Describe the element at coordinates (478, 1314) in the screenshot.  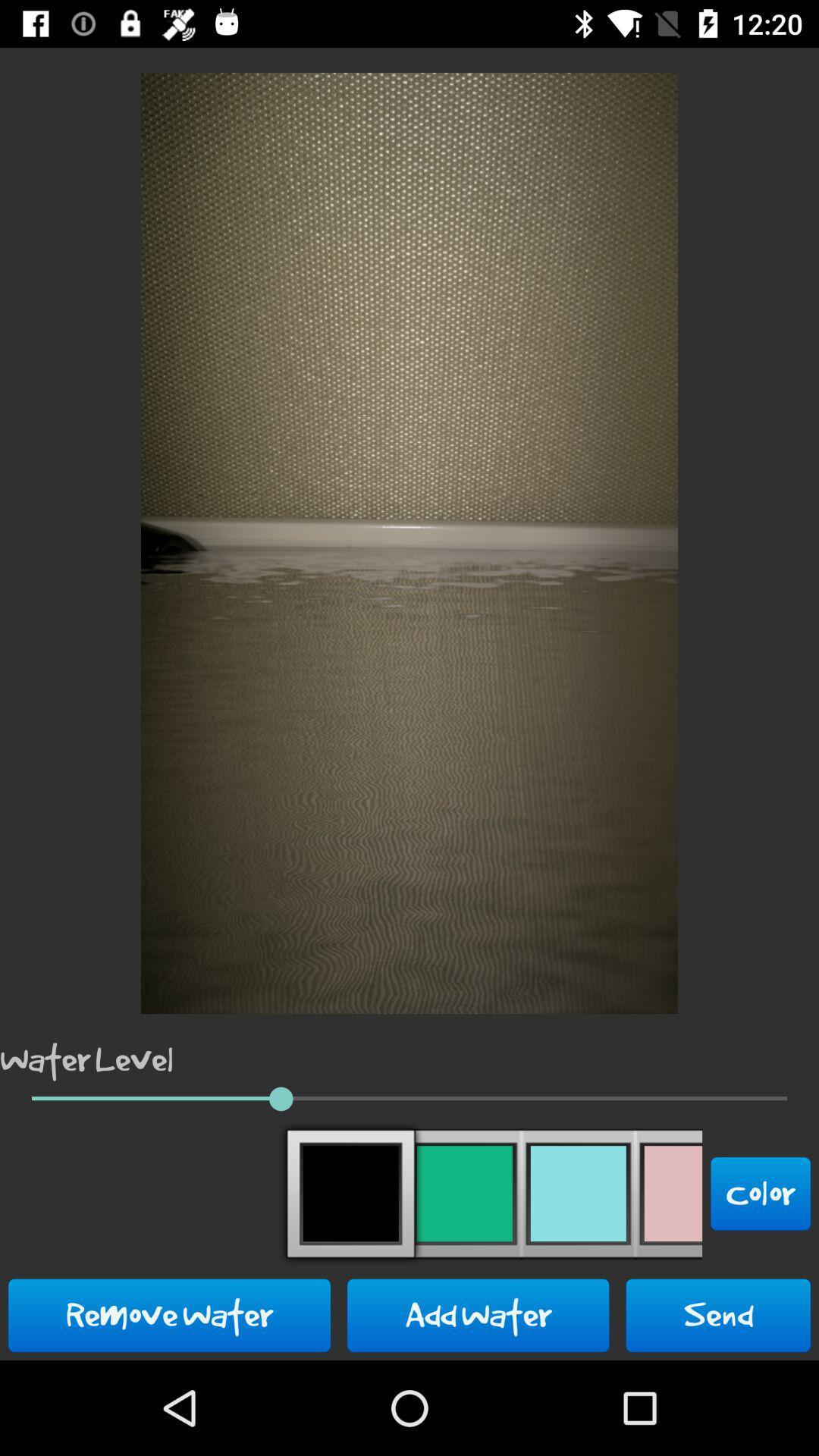
I see `the icon next to the send item` at that location.